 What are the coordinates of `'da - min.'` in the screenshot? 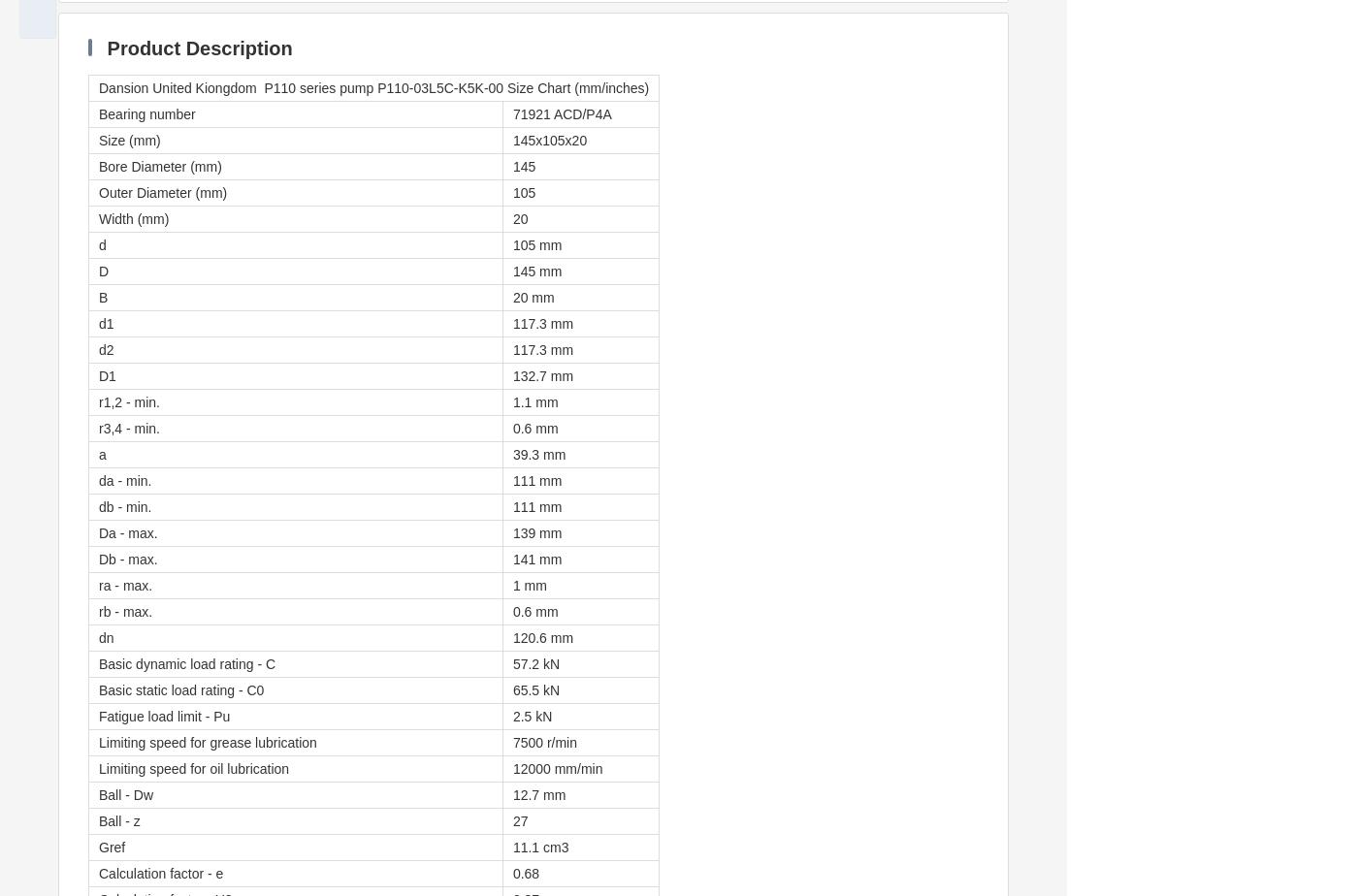 It's located at (124, 481).